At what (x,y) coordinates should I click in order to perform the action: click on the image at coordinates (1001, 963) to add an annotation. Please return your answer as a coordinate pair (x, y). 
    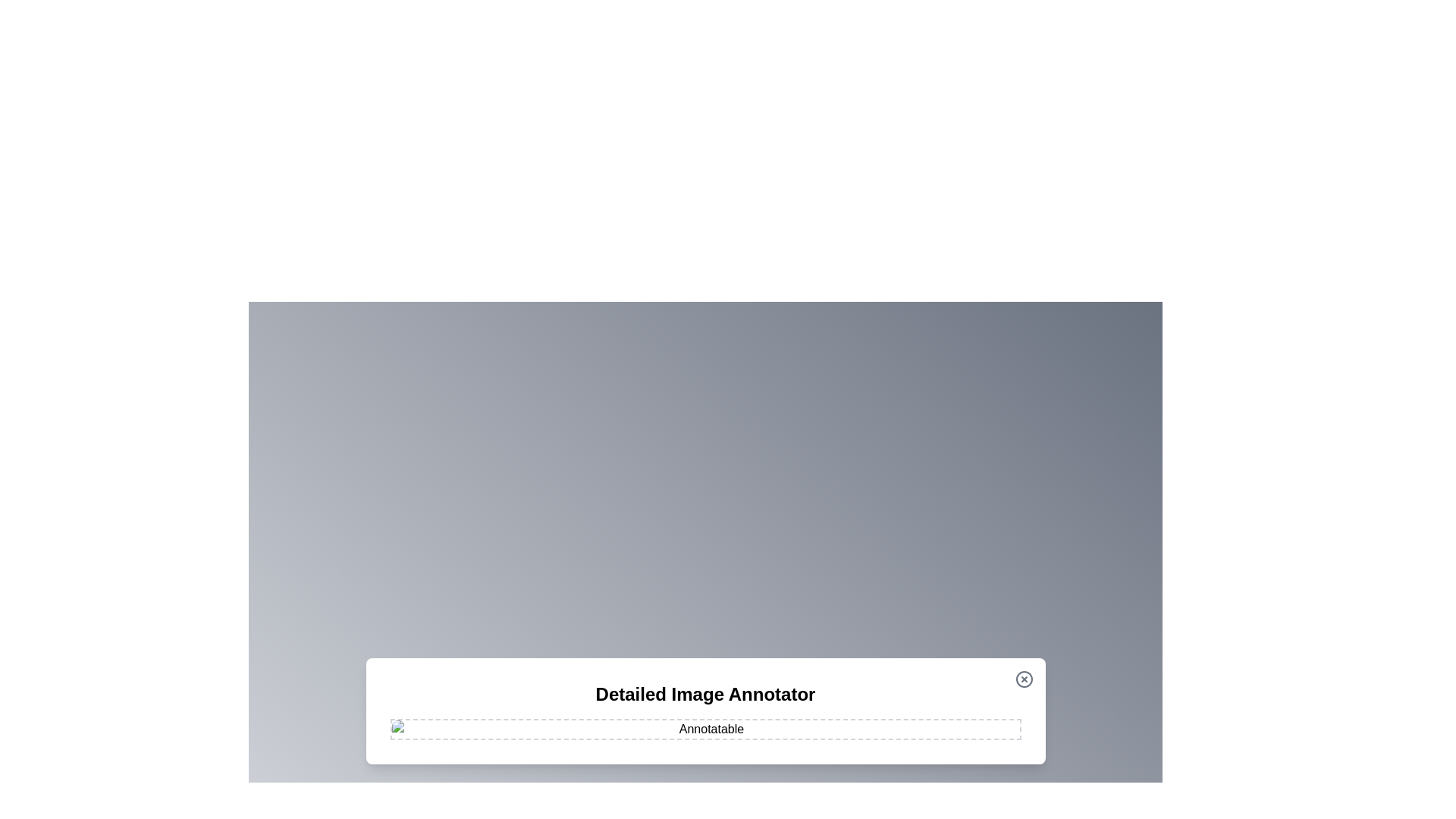
    Looking at the image, I should click on (759, 730).